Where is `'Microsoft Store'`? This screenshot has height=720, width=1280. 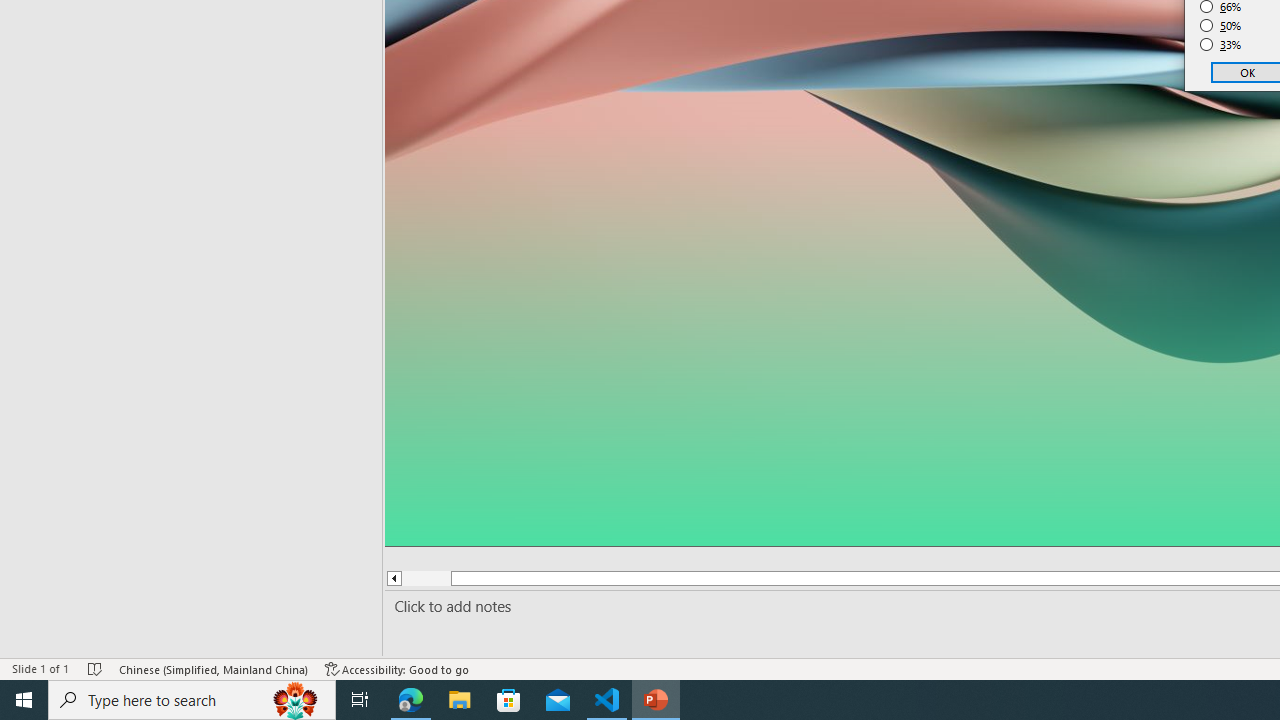
'Microsoft Store' is located at coordinates (509, 698).